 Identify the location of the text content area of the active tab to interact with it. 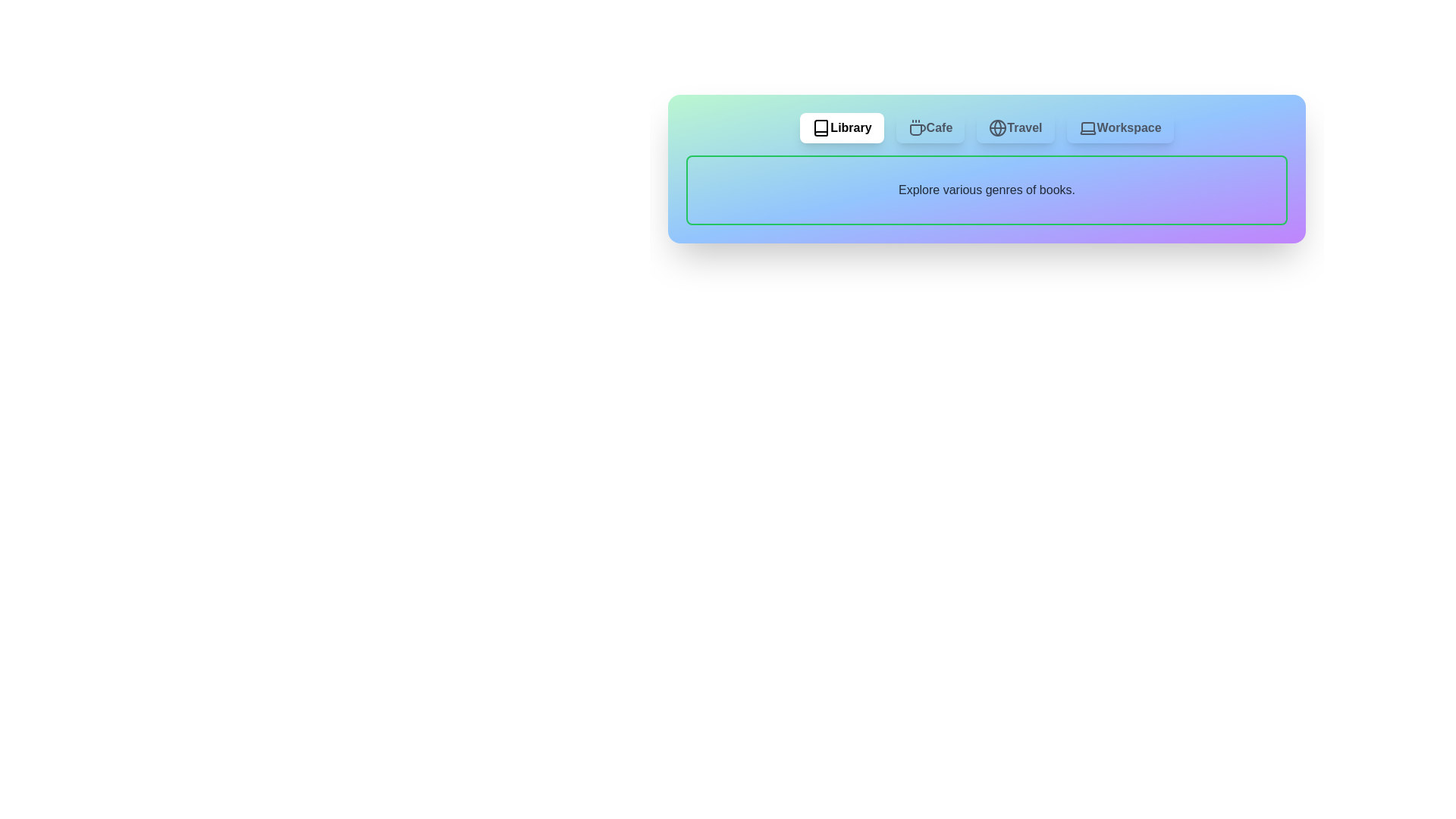
(987, 189).